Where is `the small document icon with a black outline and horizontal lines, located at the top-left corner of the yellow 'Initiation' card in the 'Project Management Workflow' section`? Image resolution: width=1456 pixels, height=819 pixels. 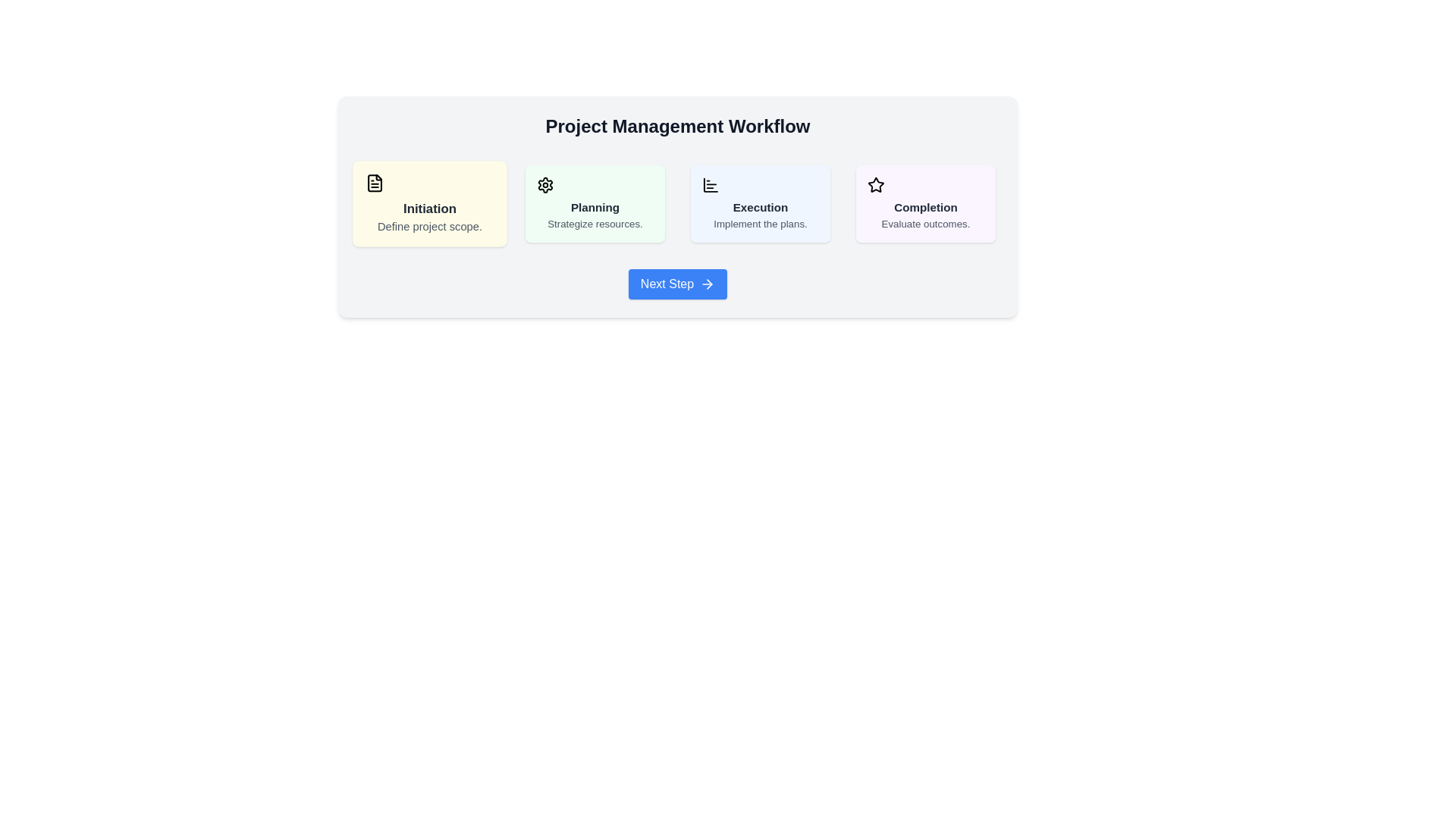
the small document icon with a black outline and horizontal lines, located at the top-left corner of the yellow 'Initiation' card in the 'Project Management Workflow' section is located at coordinates (375, 182).